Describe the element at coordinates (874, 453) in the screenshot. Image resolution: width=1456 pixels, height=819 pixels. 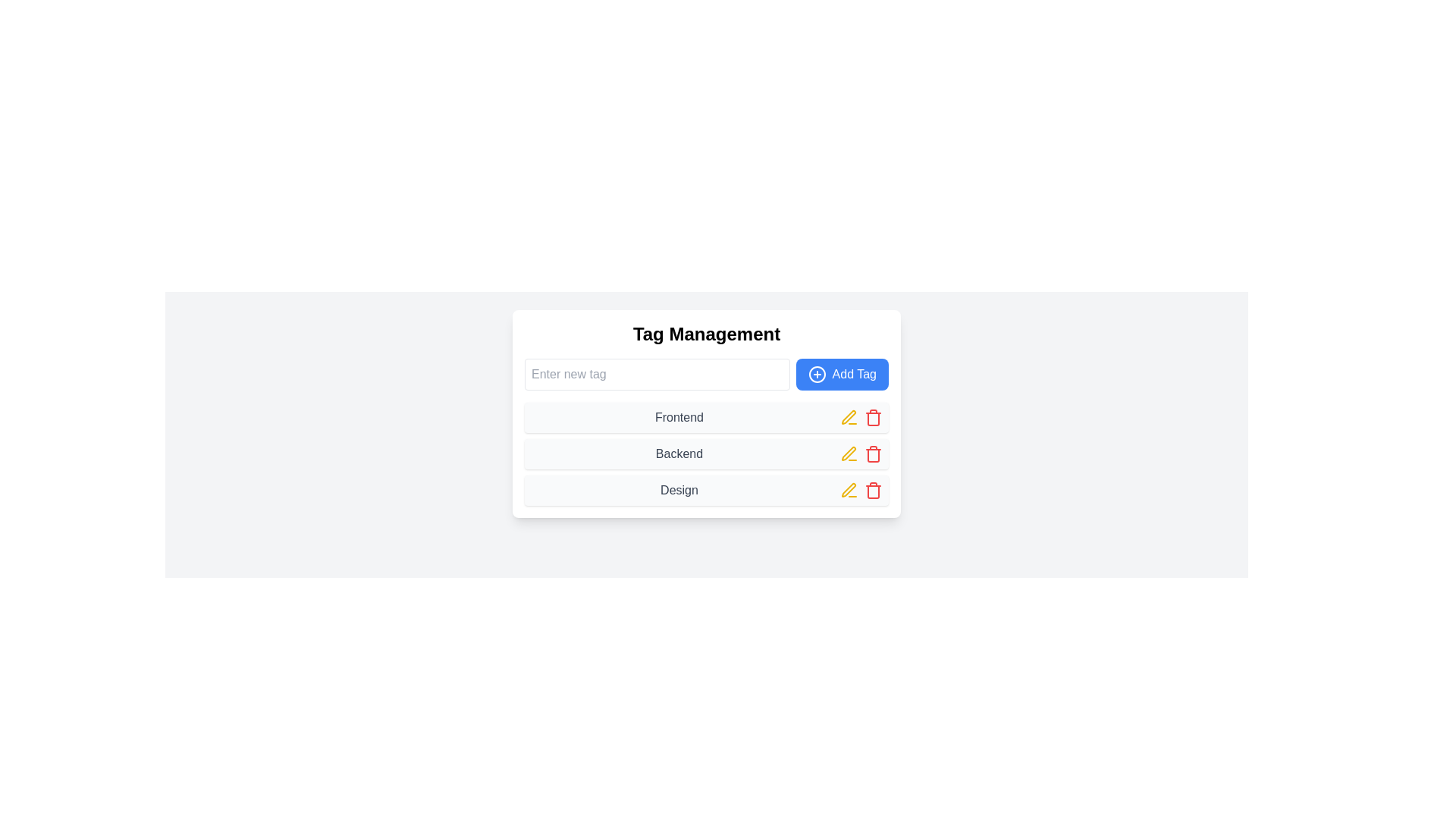
I see `the trash icon button located on the far right of the second row in the 'Tag Management' interface` at that location.